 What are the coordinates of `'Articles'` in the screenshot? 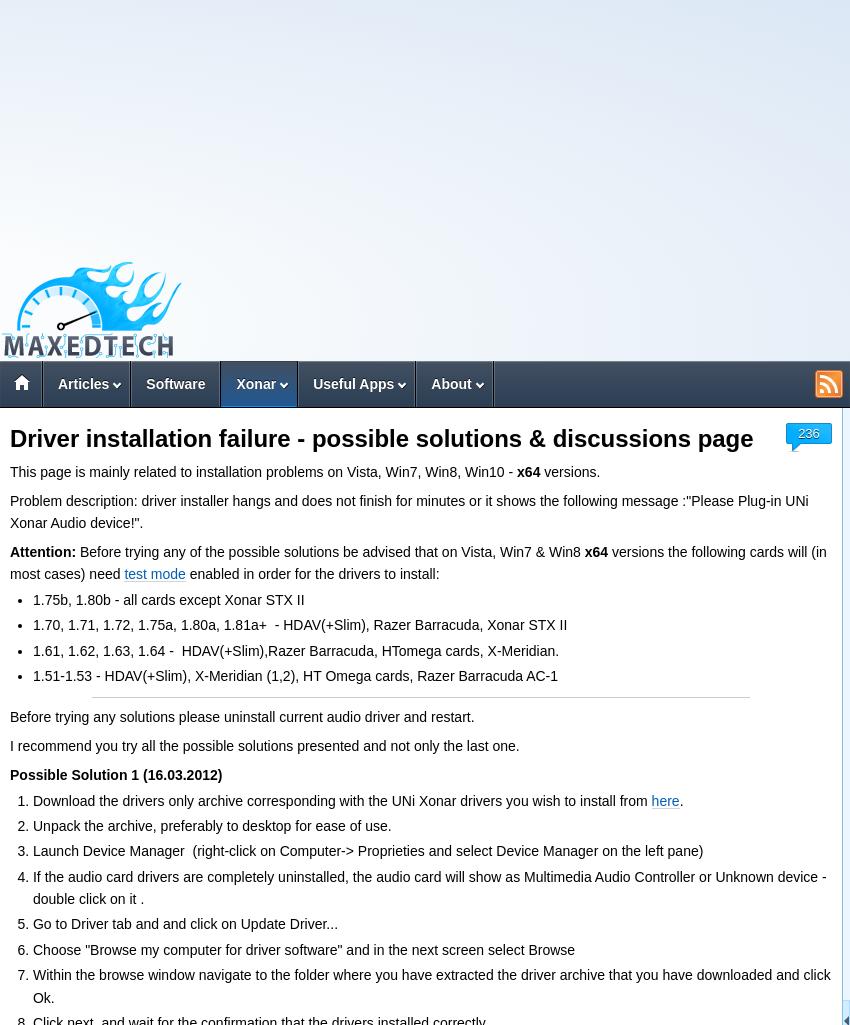 It's located at (83, 383).